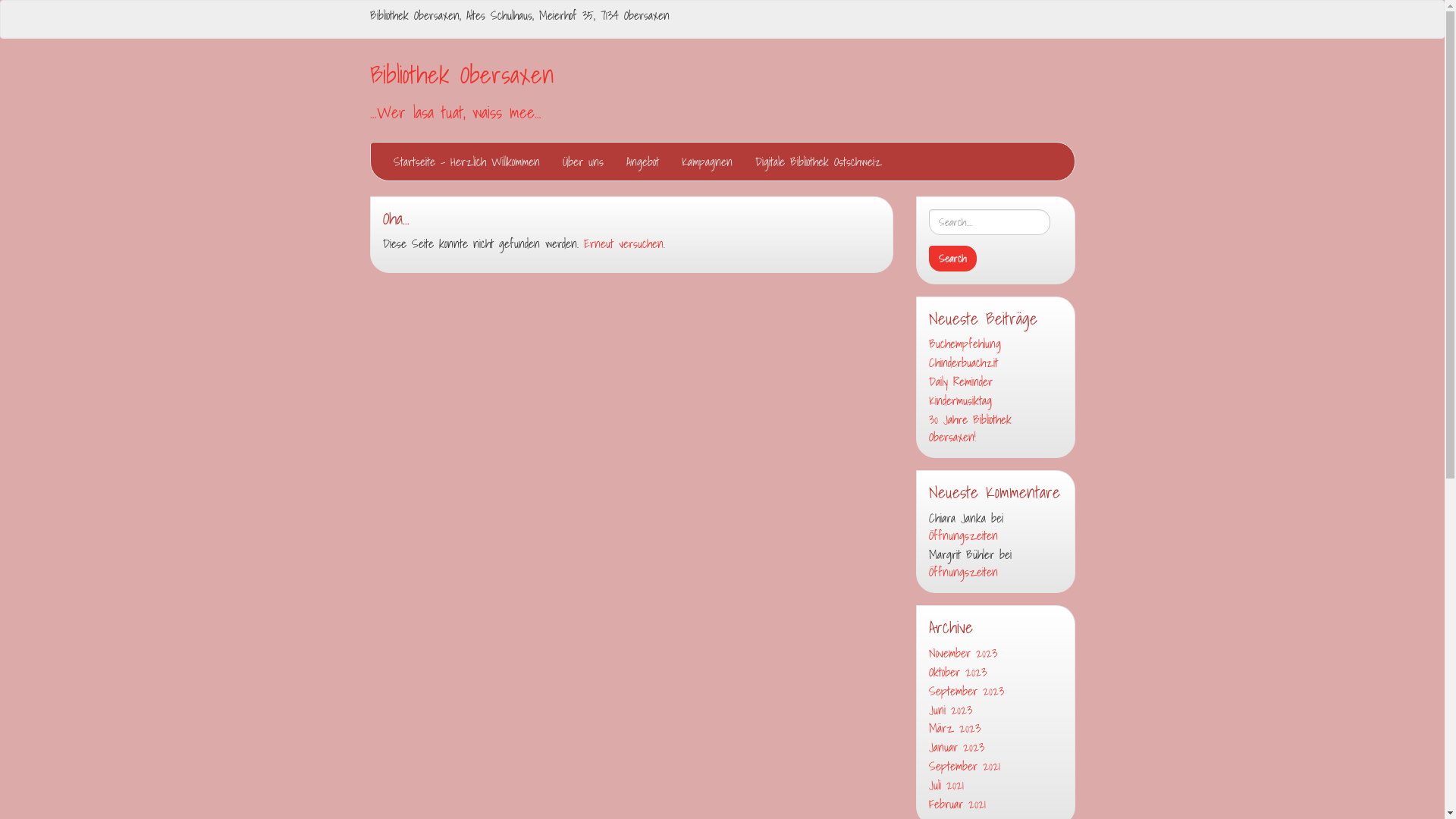  I want to click on 'Chinderbuachzit', so click(994, 362).